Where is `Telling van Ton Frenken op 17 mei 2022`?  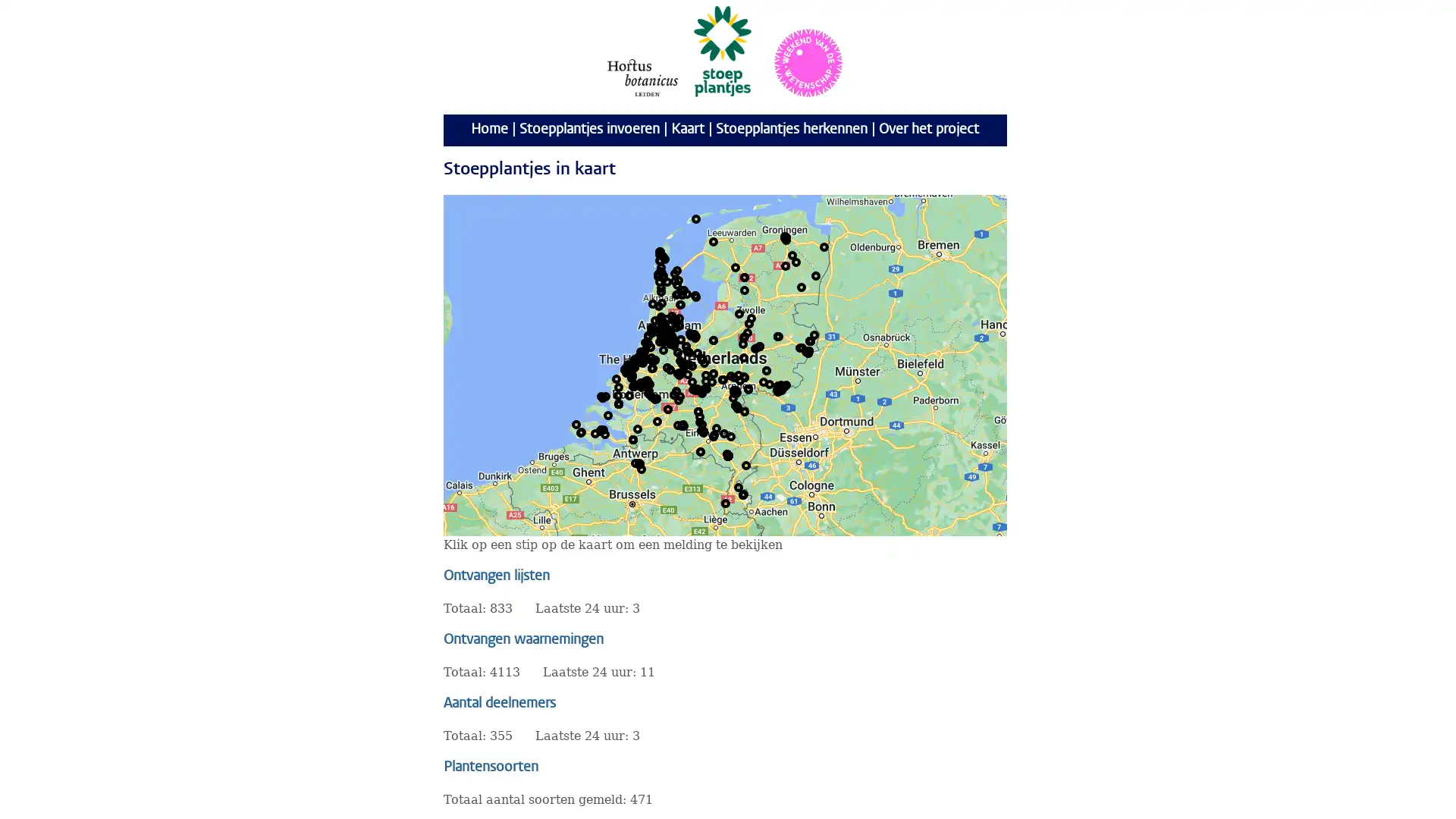 Telling van Ton Frenken op 17 mei 2022 is located at coordinates (726, 452).